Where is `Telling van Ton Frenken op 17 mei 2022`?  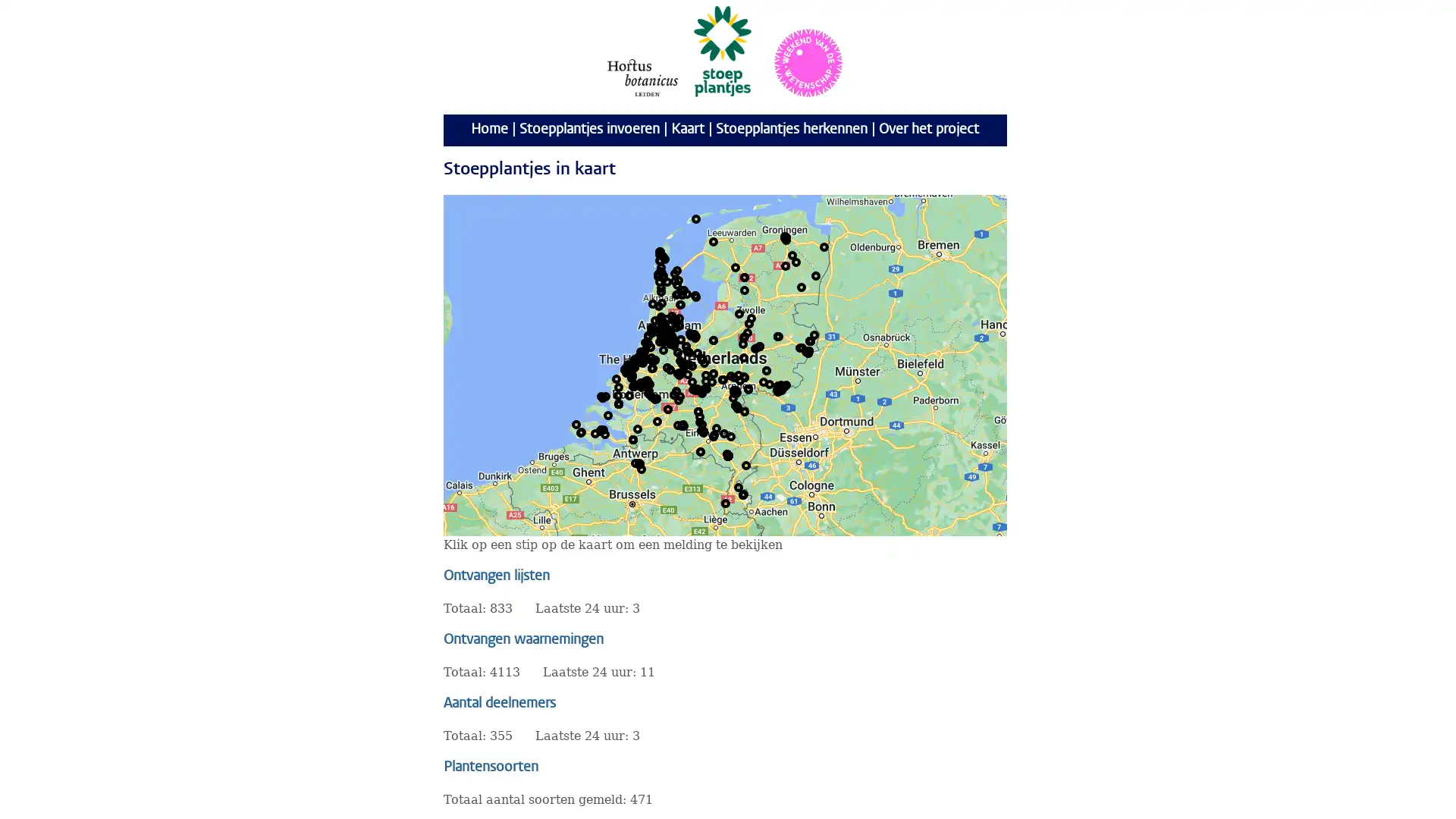 Telling van Ton Frenken op 17 mei 2022 is located at coordinates (726, 452).